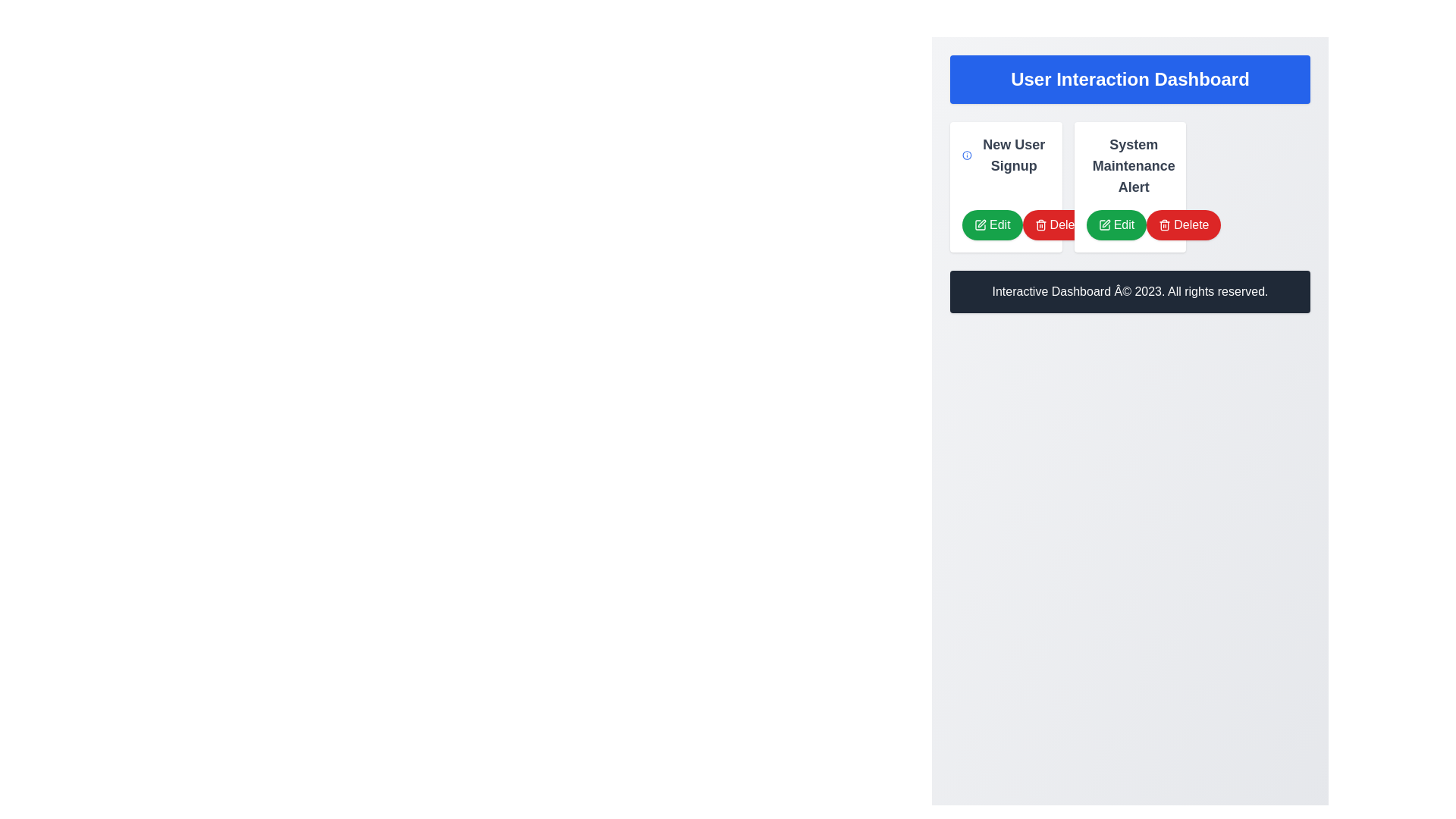  I want to click on the edit icon located on the leftmost part of the green 'Edit' button associated with the 'New User Signup' action item, so click(980, 225).